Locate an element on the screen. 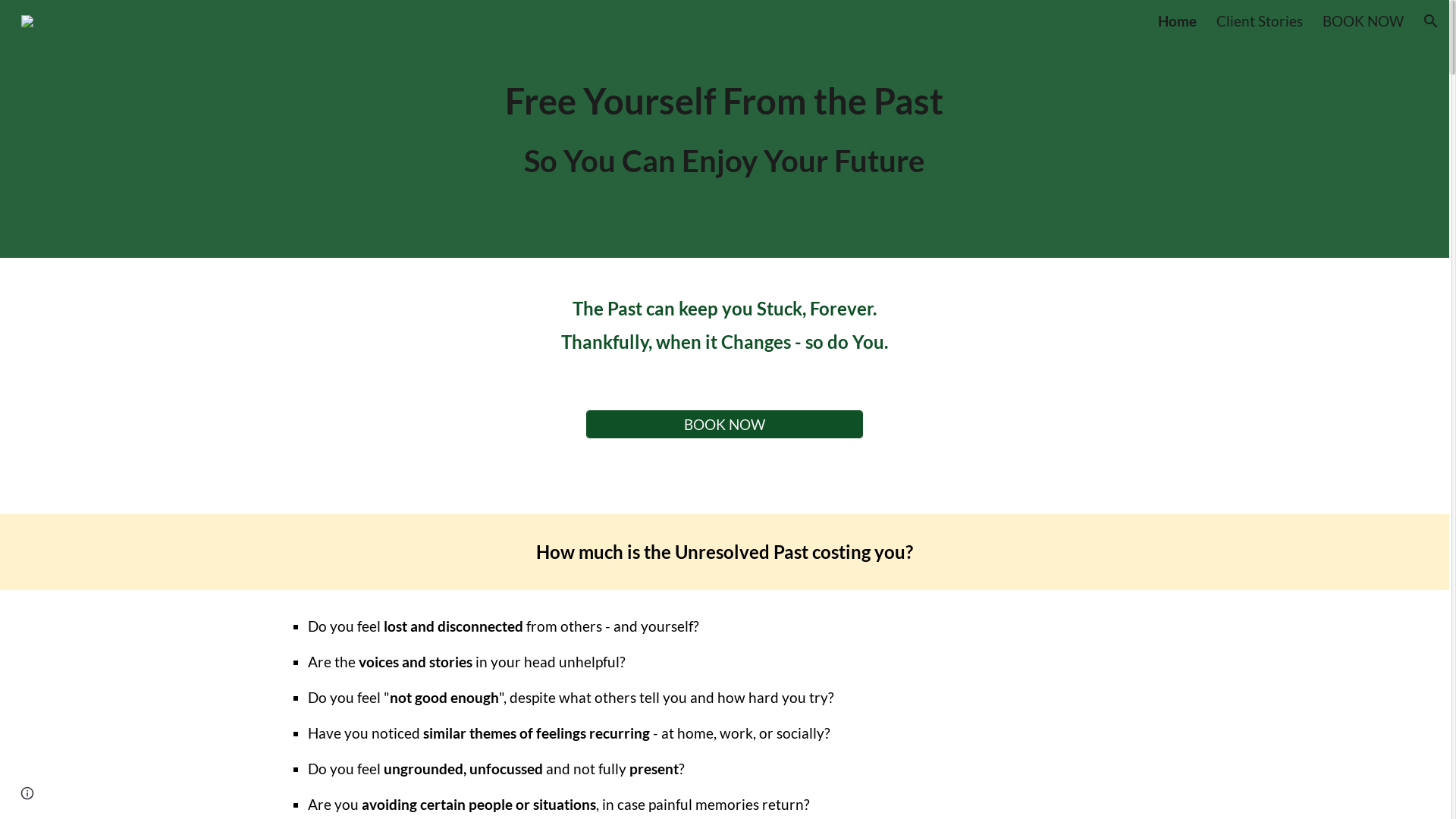 This screenshot has height=819, width=1456. 'BOOK NOW' is located at coordinates (723, 424).